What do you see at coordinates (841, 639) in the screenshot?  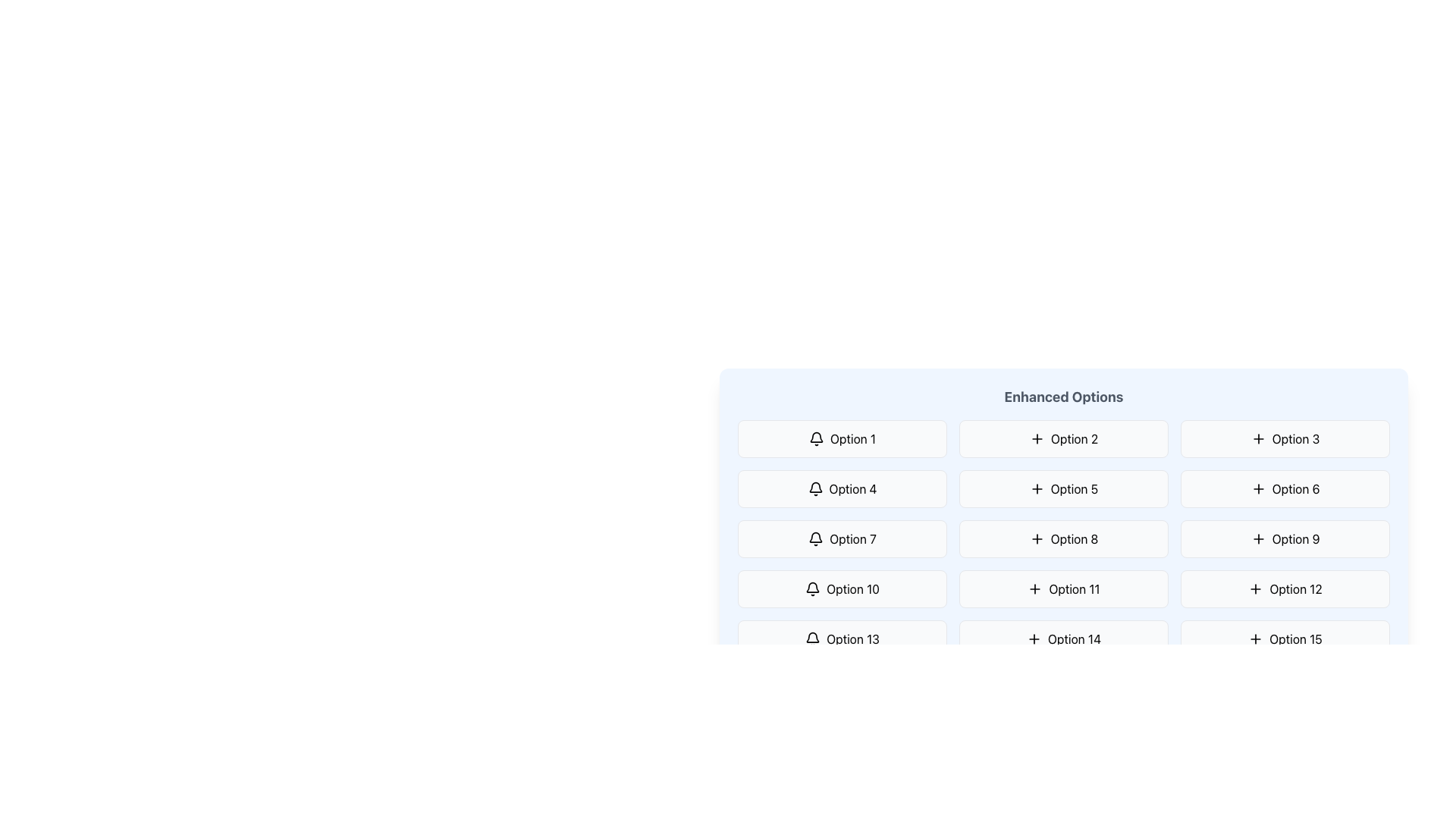 I see `the selectable option button located in the fourth row of a grid-based layout` at bounding box center [841, 639].